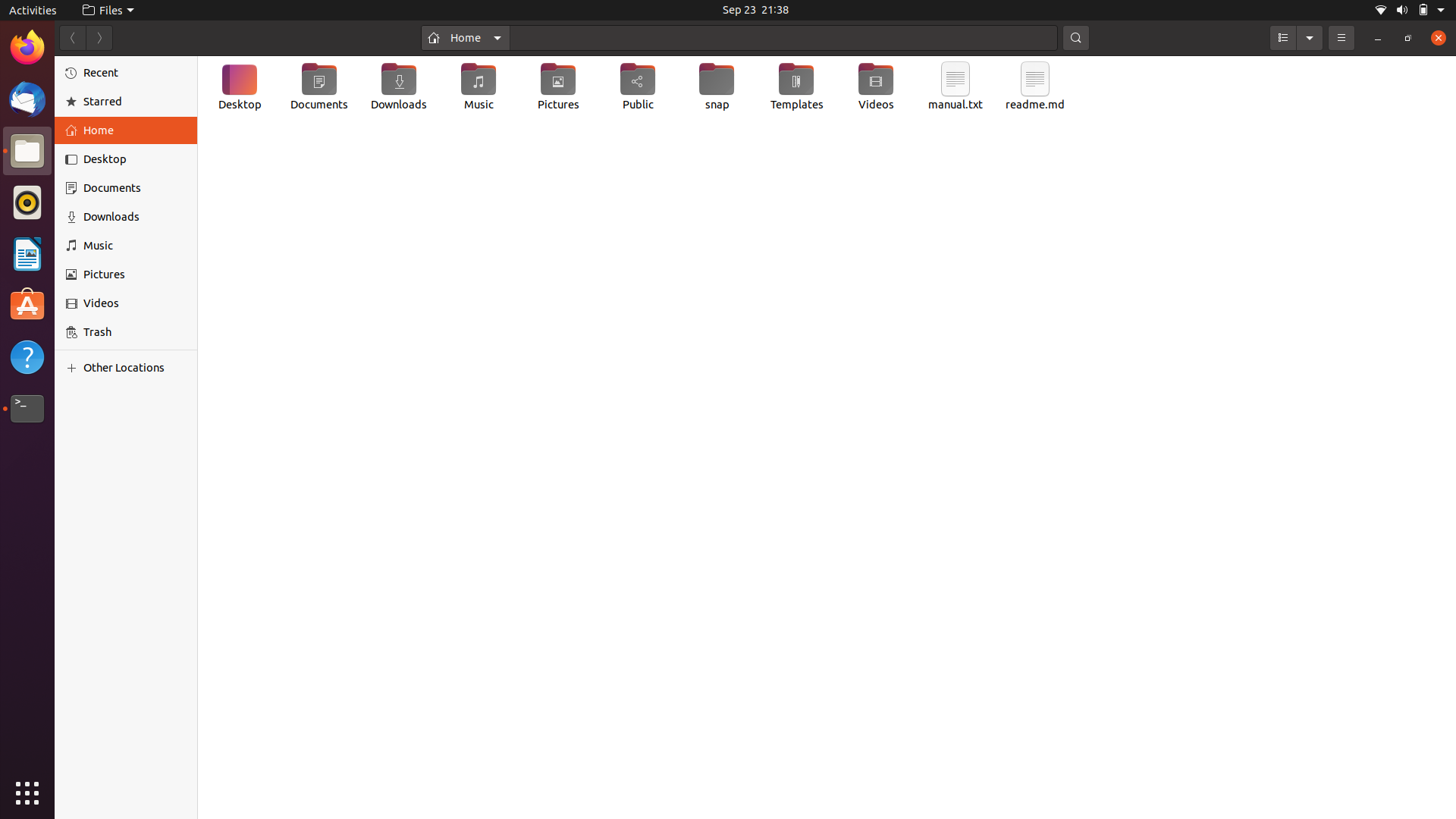 This screenshot has height=819, width=1456. Describe the element at coordinates (785, 36) in the screenshot. I see `Search for "helloworld.txt` at that location.